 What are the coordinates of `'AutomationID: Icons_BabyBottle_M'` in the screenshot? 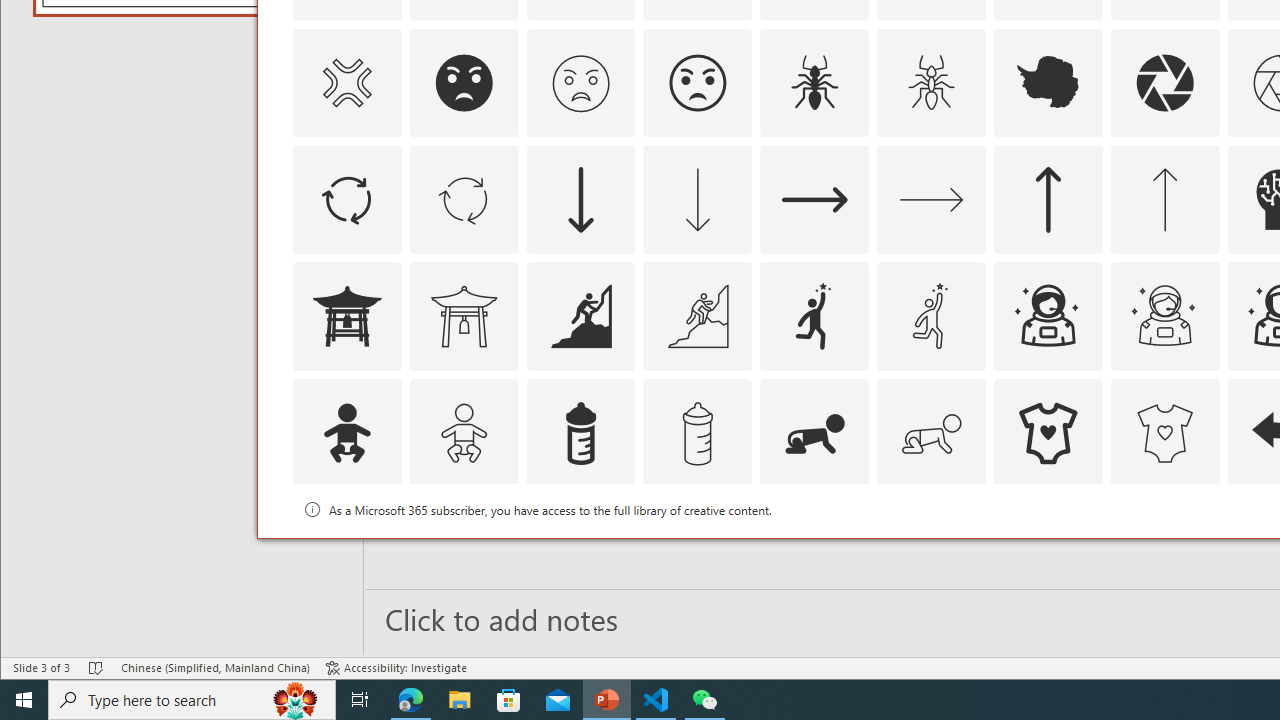 It's located at (697, 433).